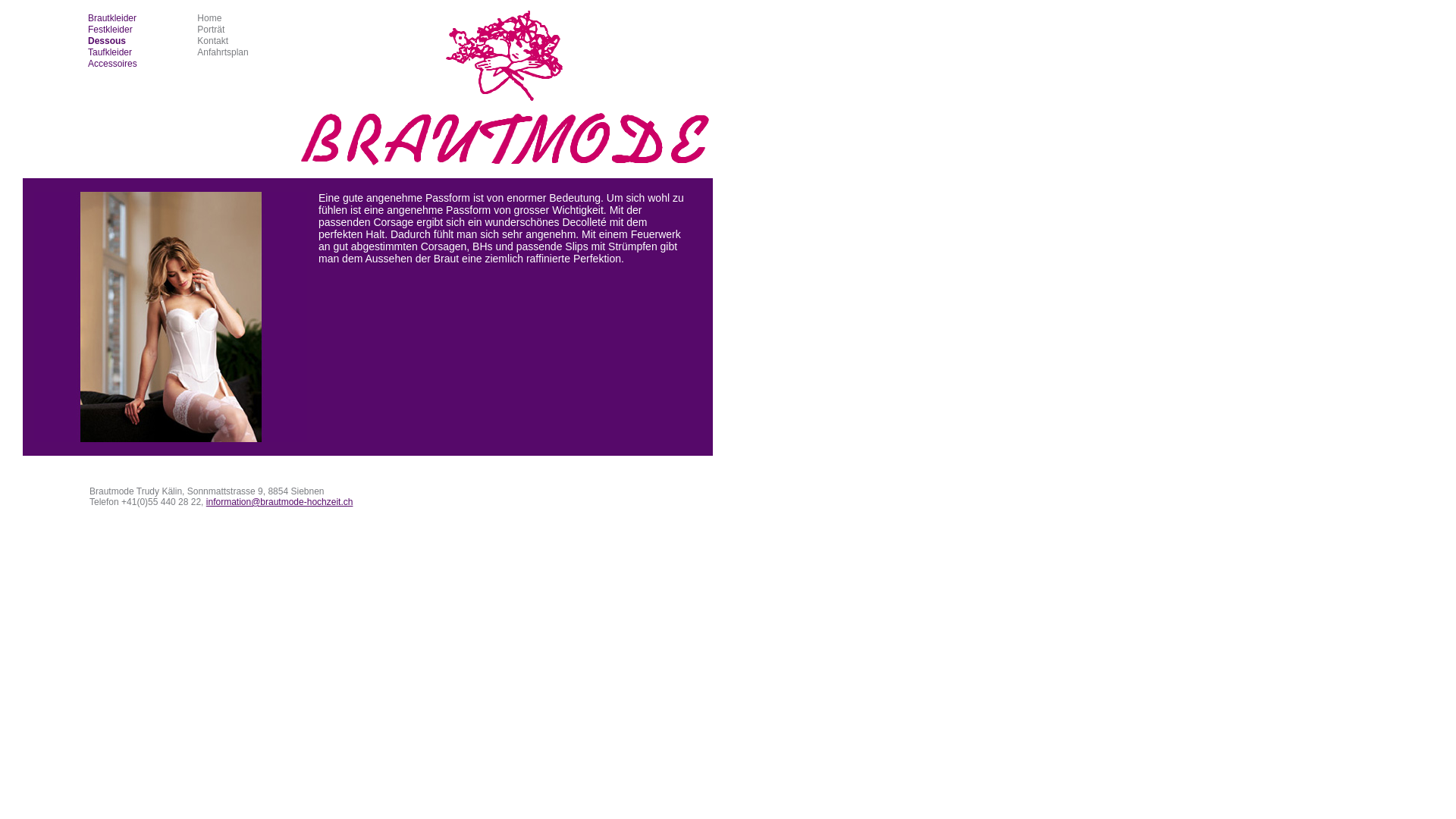 This screenshot has height=819, width=1456. I want to click on 'Anfahrtsplan', so click(196, 52).